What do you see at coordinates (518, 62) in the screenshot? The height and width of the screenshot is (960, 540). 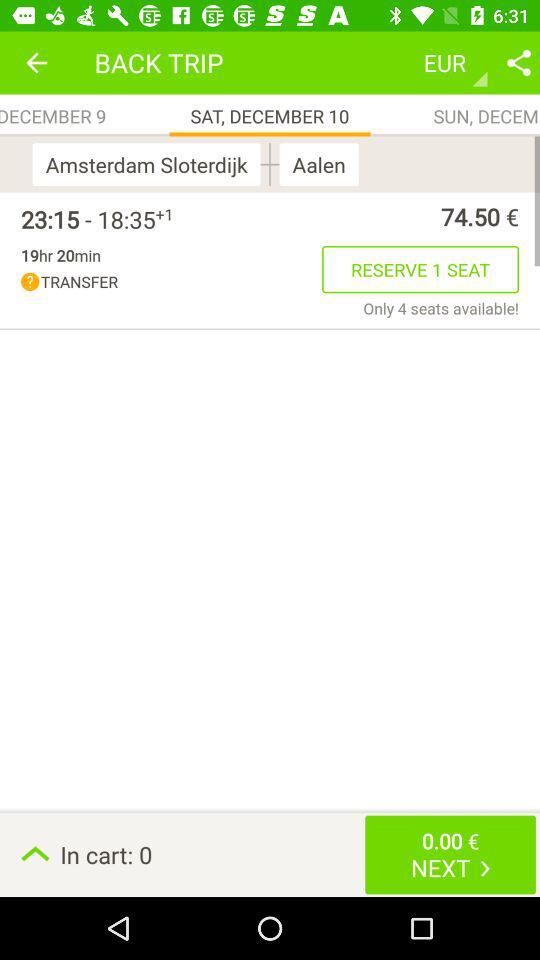 I see `share trip data` at bounding box center [518, 62].